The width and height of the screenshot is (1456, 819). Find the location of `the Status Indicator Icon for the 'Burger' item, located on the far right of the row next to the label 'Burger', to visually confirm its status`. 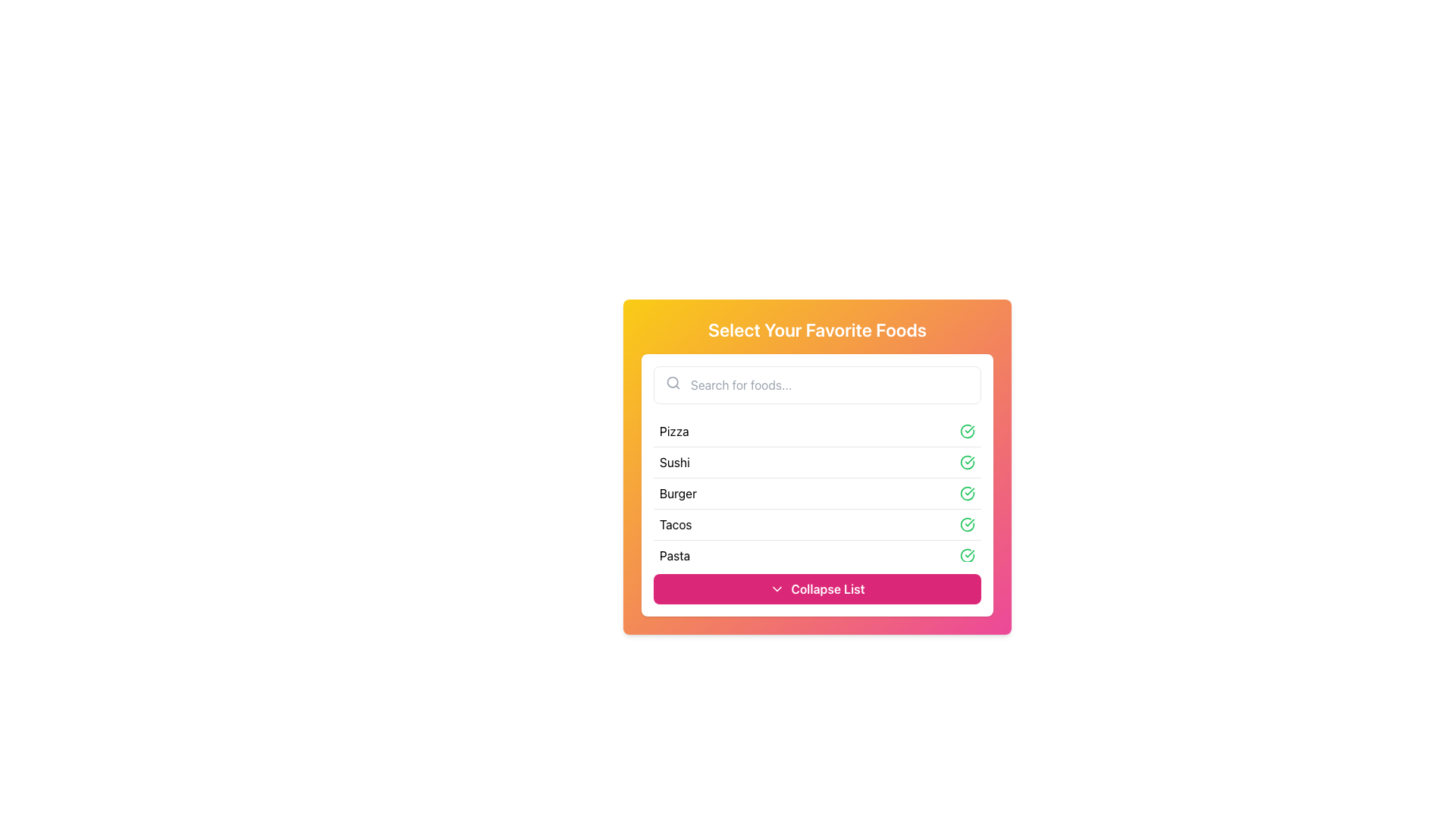

the Status Indicator Icon for the 'Burger' item, located on the far right of the row next to the label 'Burger', to visually confirm its status is located at coordinates (967, 494).